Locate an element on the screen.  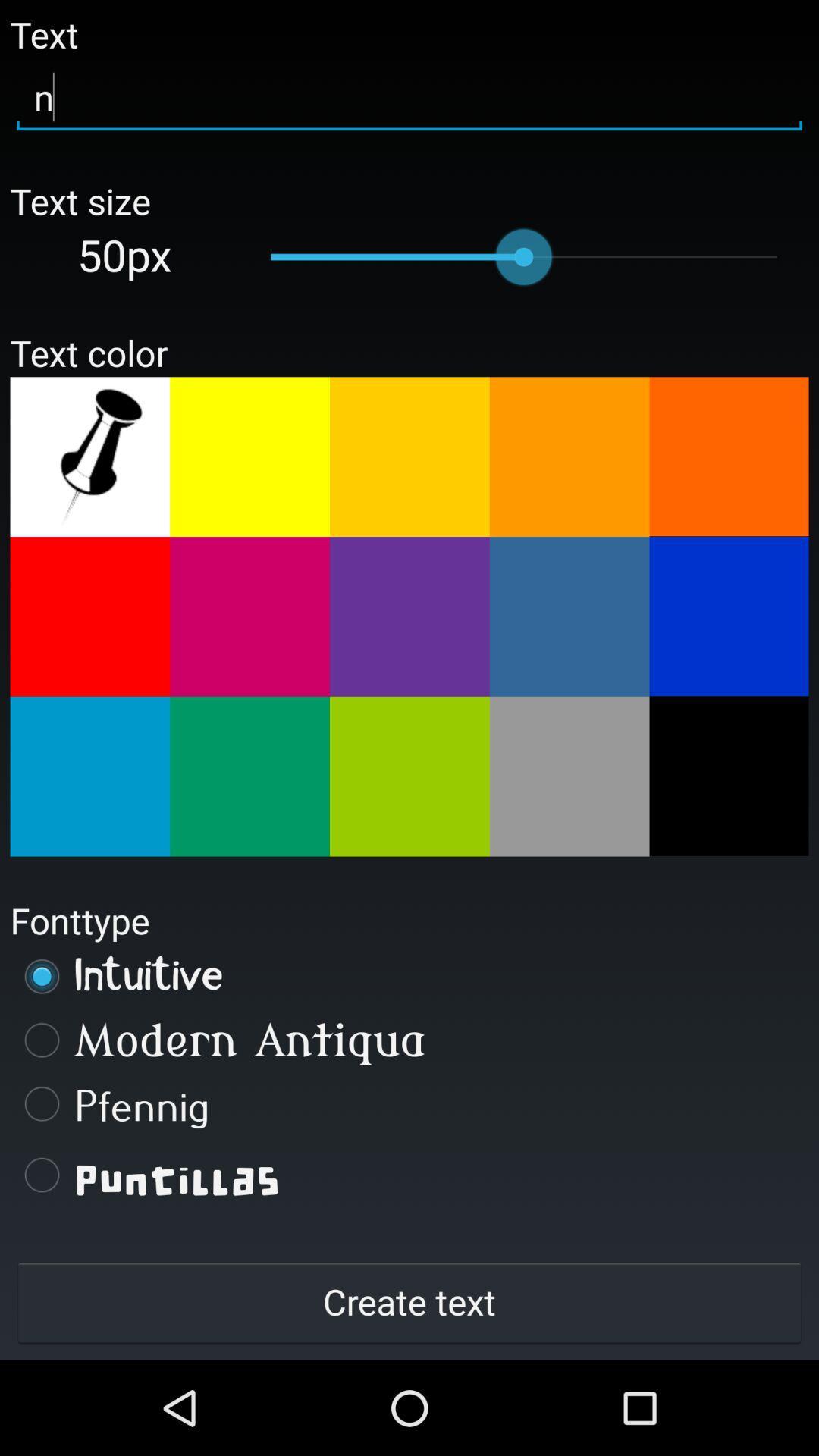
choose color is located at coordinates (89, 777).